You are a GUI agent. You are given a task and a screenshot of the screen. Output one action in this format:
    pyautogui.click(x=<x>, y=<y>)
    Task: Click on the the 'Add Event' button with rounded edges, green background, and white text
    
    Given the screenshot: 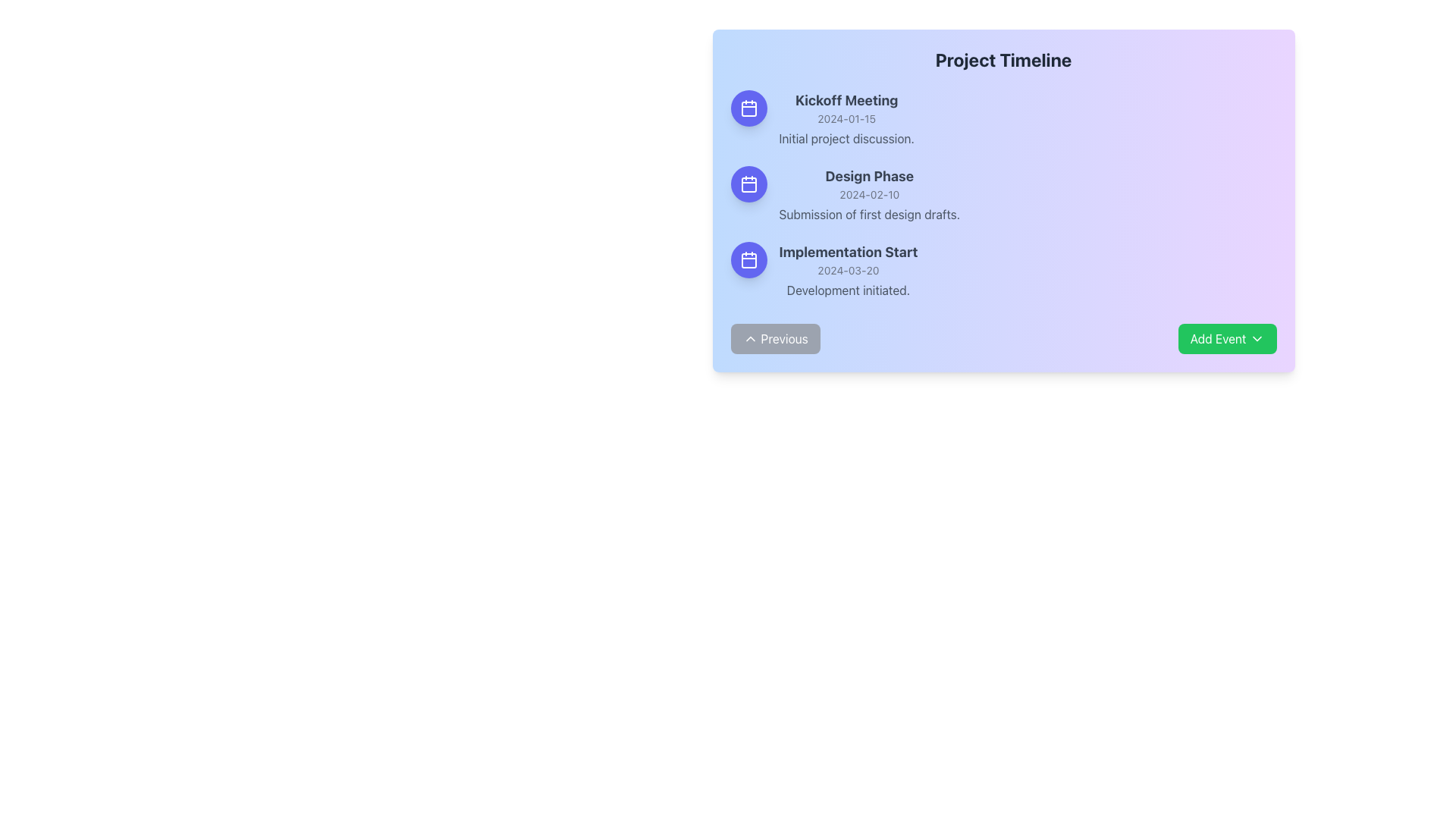 What is the action you would take?
    pyautogui.click(x=1227, y=338)
    